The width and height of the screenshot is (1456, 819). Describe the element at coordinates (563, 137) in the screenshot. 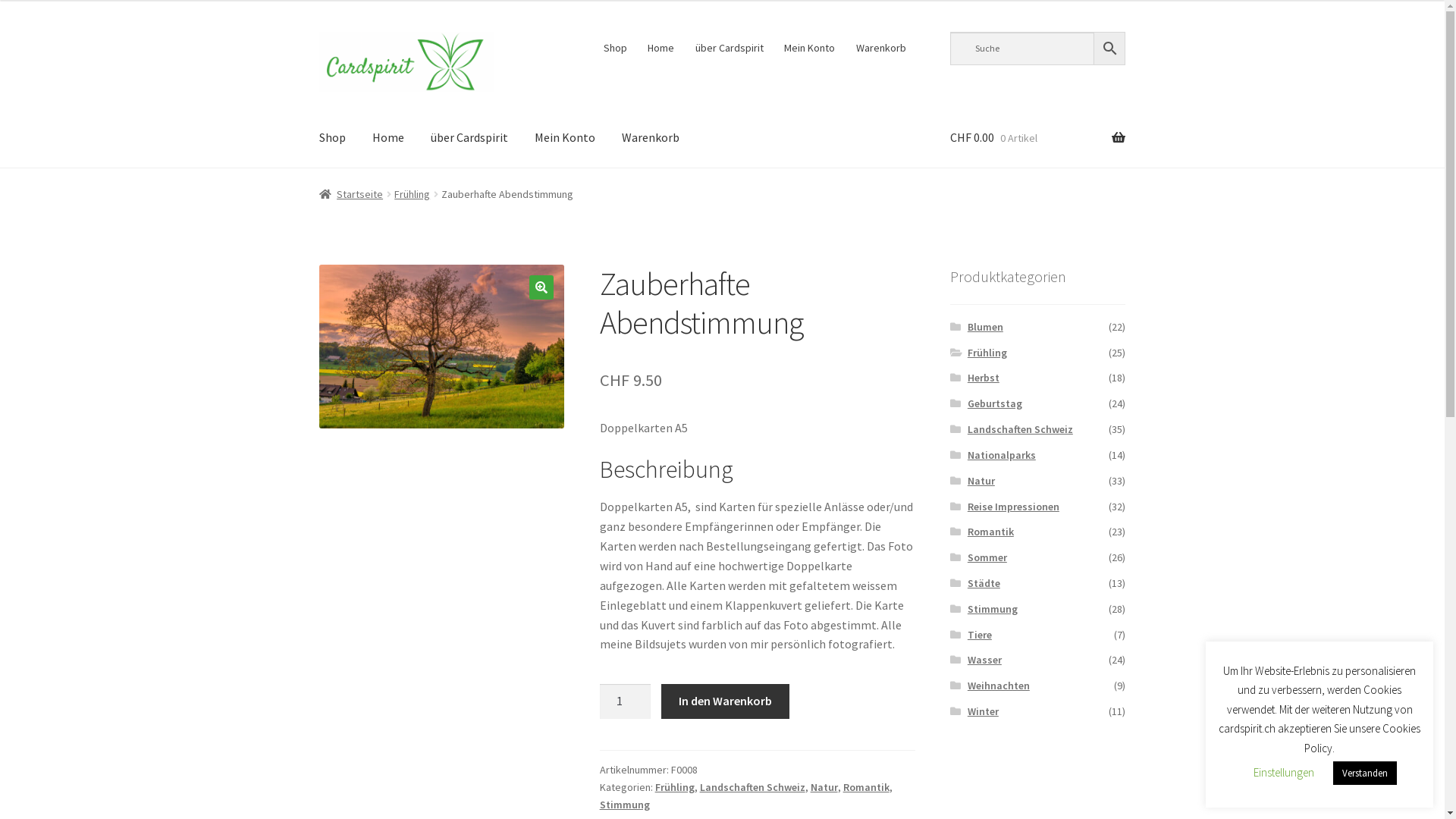

I see `'Mein Konto'` at that location.